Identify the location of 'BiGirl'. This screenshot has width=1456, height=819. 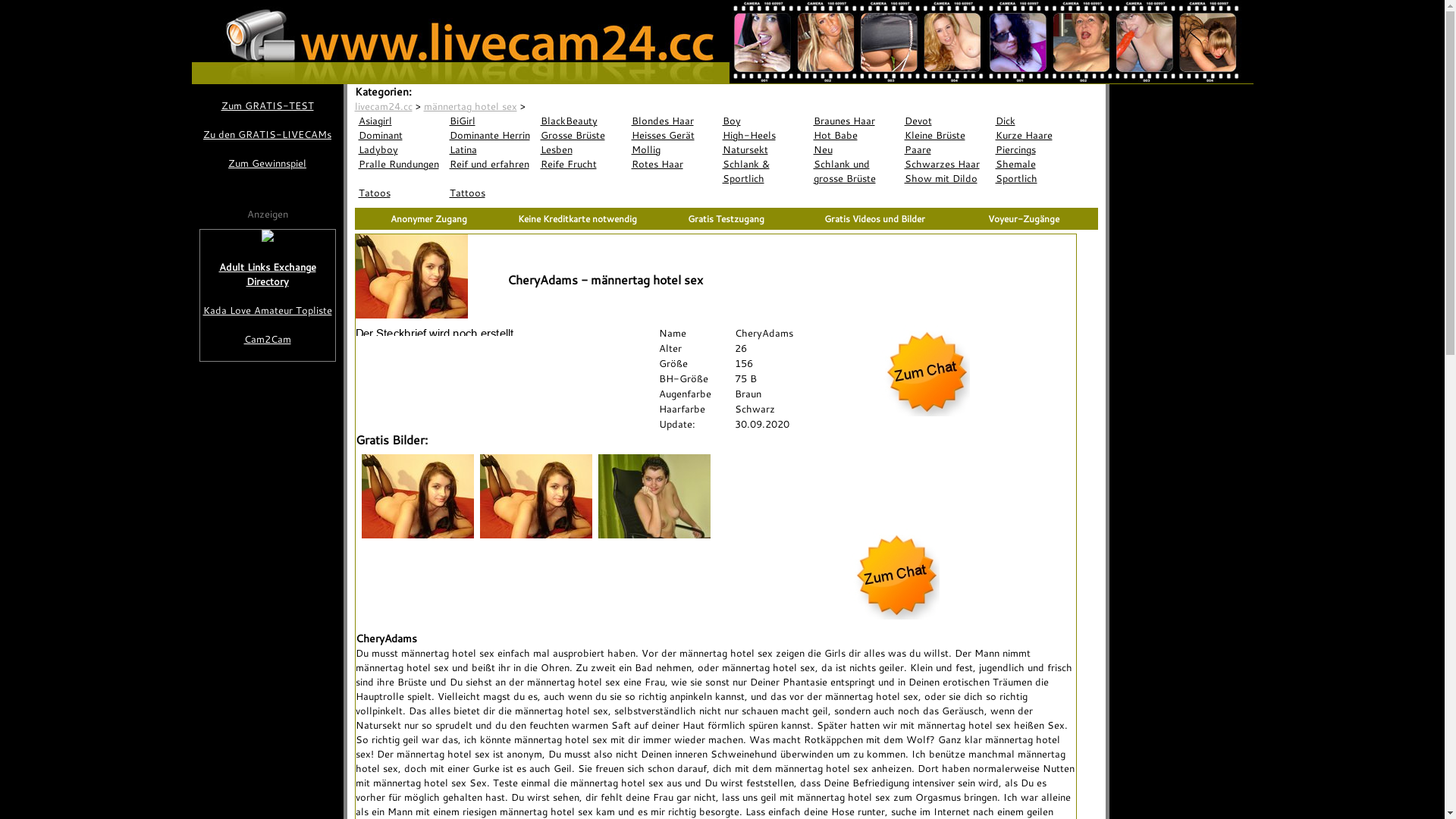
(491, 120).